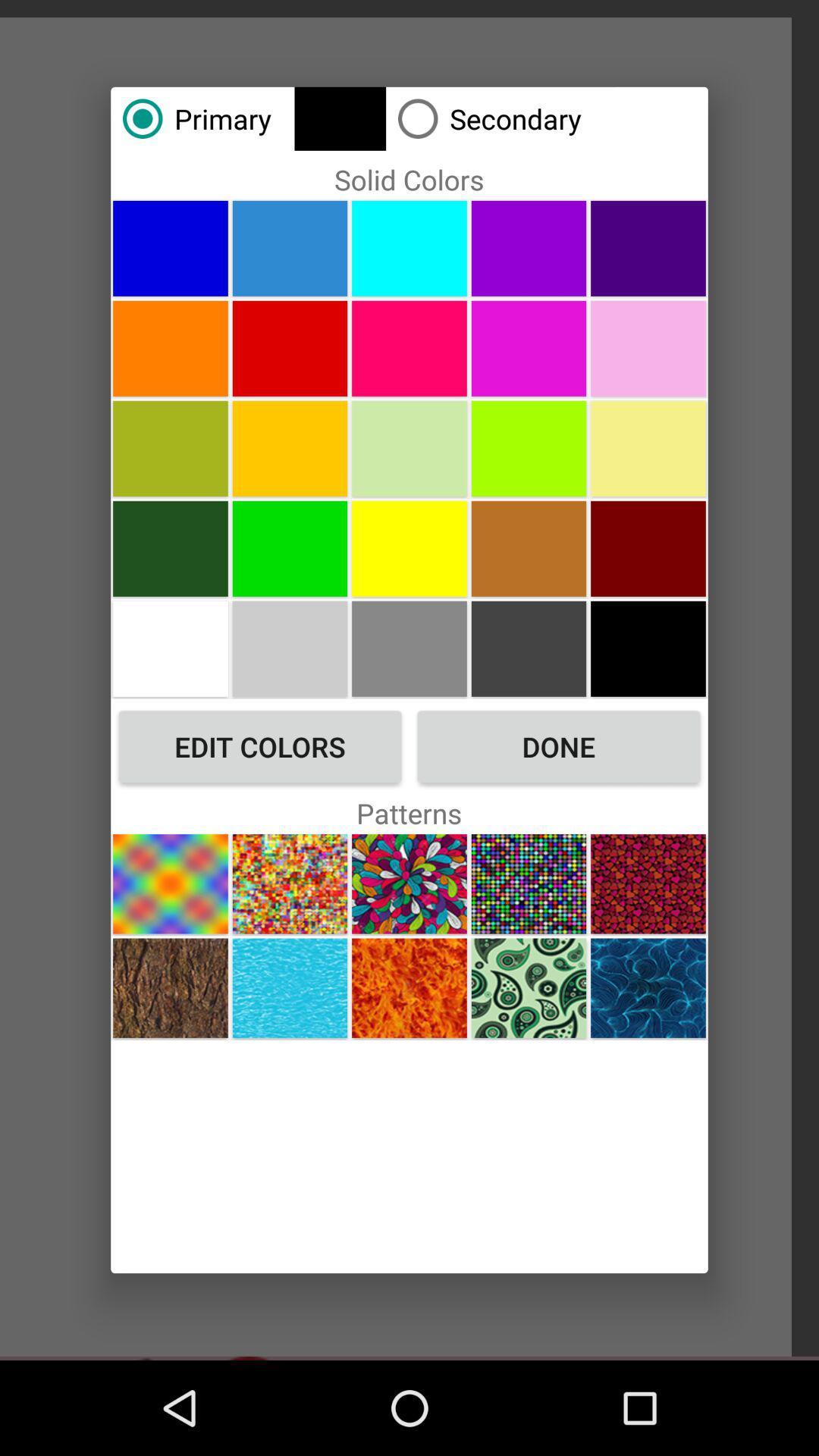 Image resolution: width=819 pixels, height=1456 pixels. Describe the element at coordinates (290, 347) in the screenshot. I see `color options` at that location.